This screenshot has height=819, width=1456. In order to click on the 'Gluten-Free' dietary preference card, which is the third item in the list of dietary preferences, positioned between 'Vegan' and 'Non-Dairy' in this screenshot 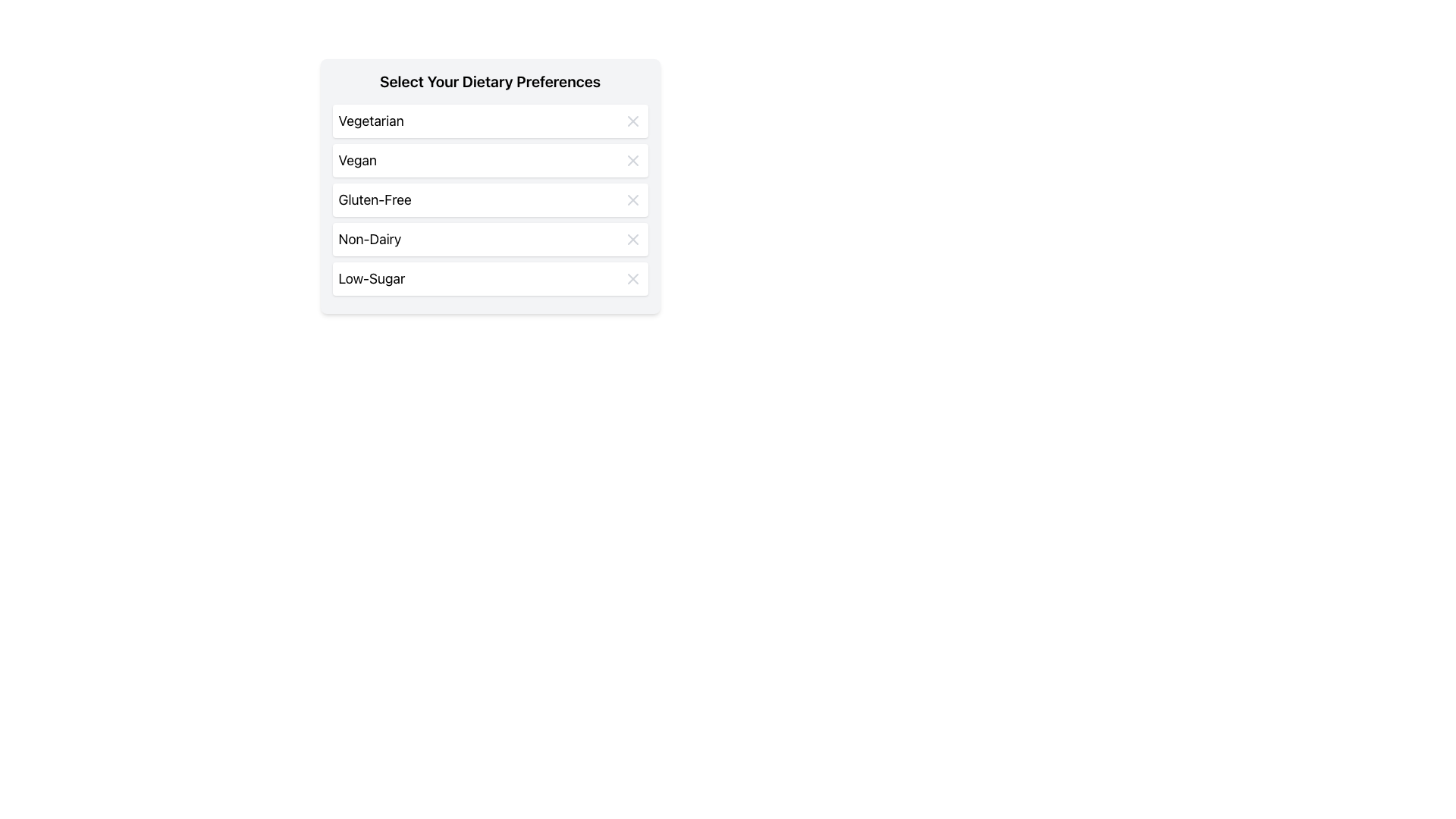, I will do `click(490, 199)`.